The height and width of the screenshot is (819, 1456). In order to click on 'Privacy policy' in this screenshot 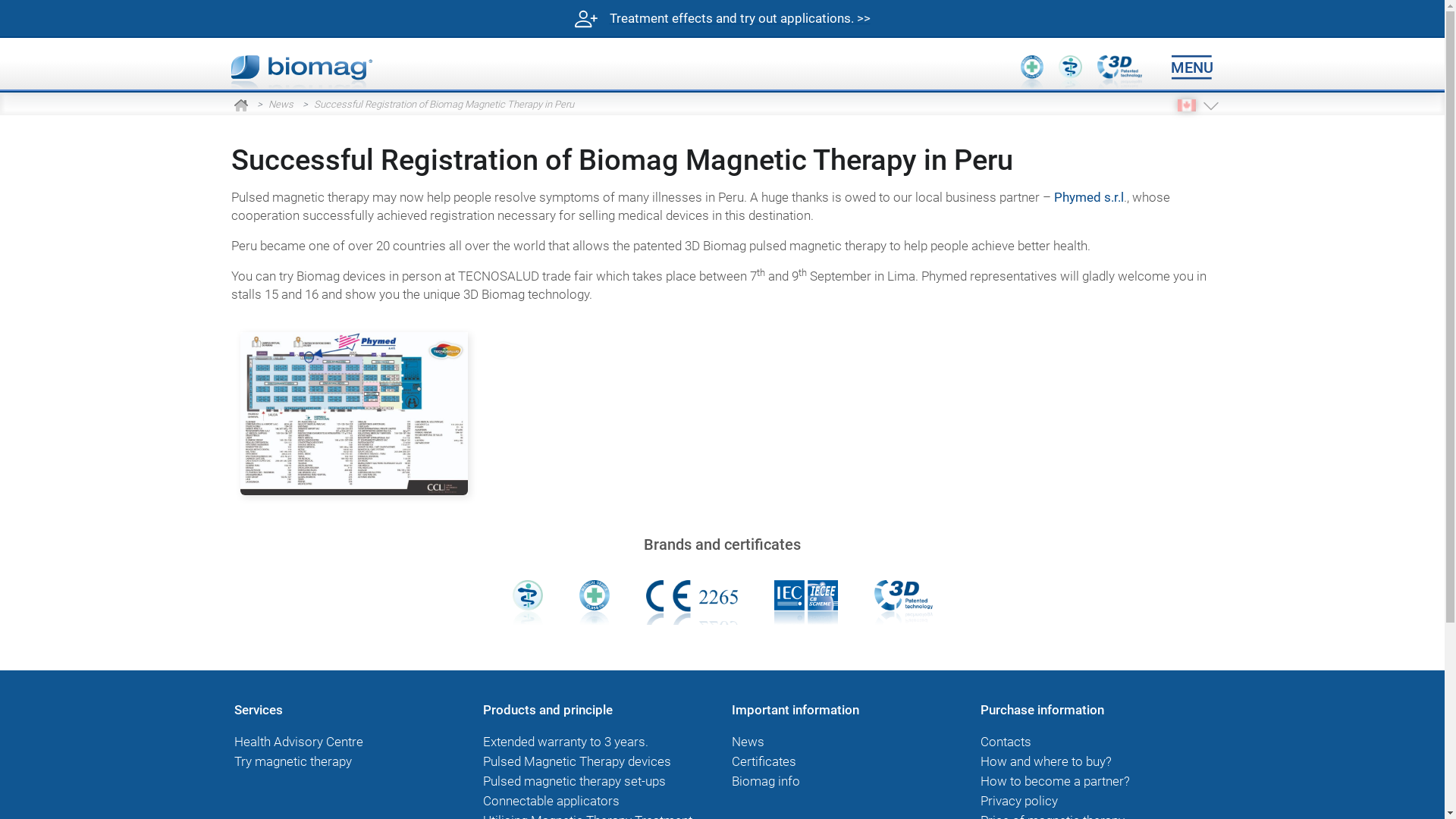, I will do `click(979, 800)`.